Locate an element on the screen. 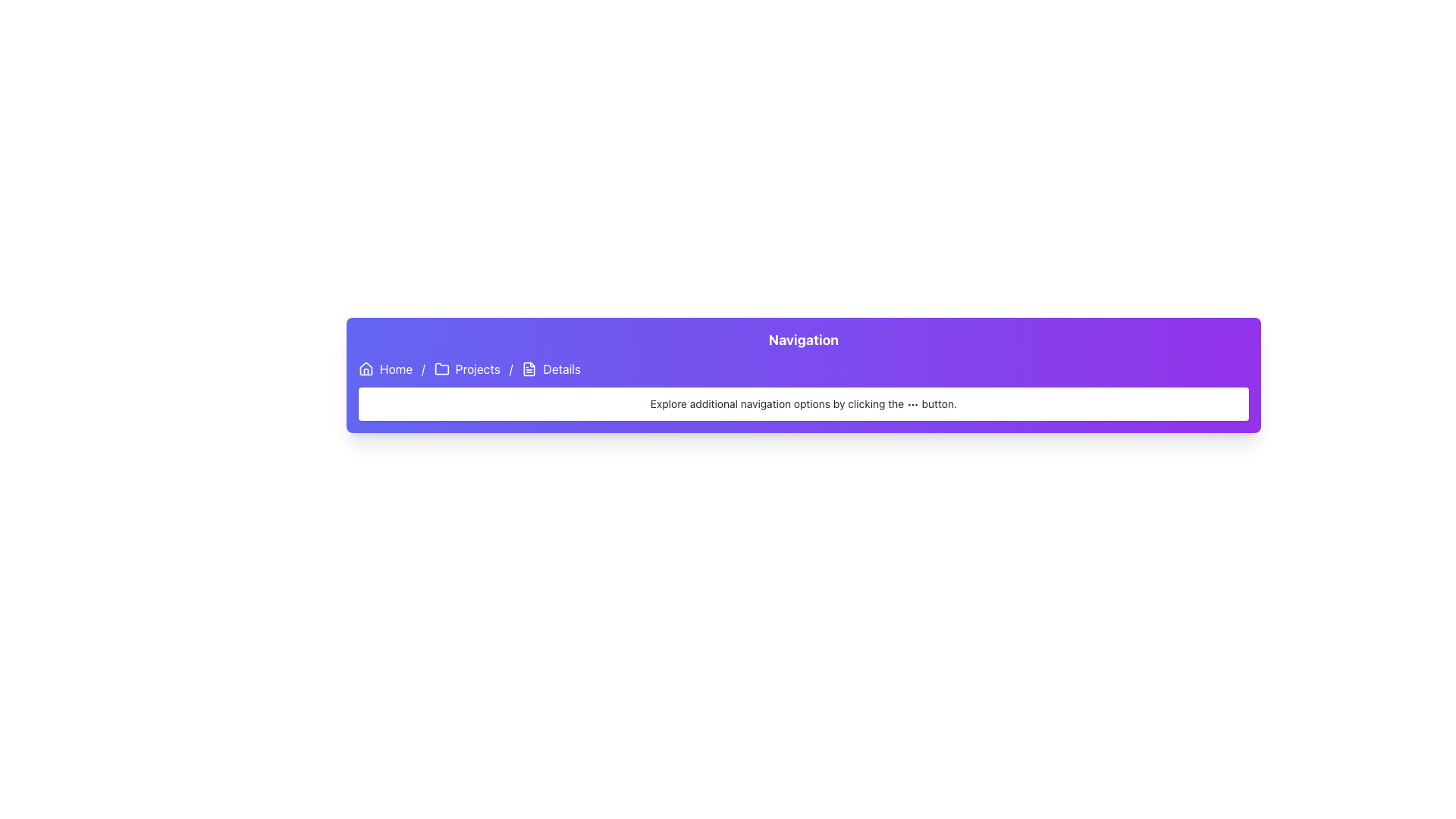  the forward slash (/) separator in the breadcrumb navigation bar that separates 'Projects' and 'Details' with a purple background is located at coordinates (511, 369).